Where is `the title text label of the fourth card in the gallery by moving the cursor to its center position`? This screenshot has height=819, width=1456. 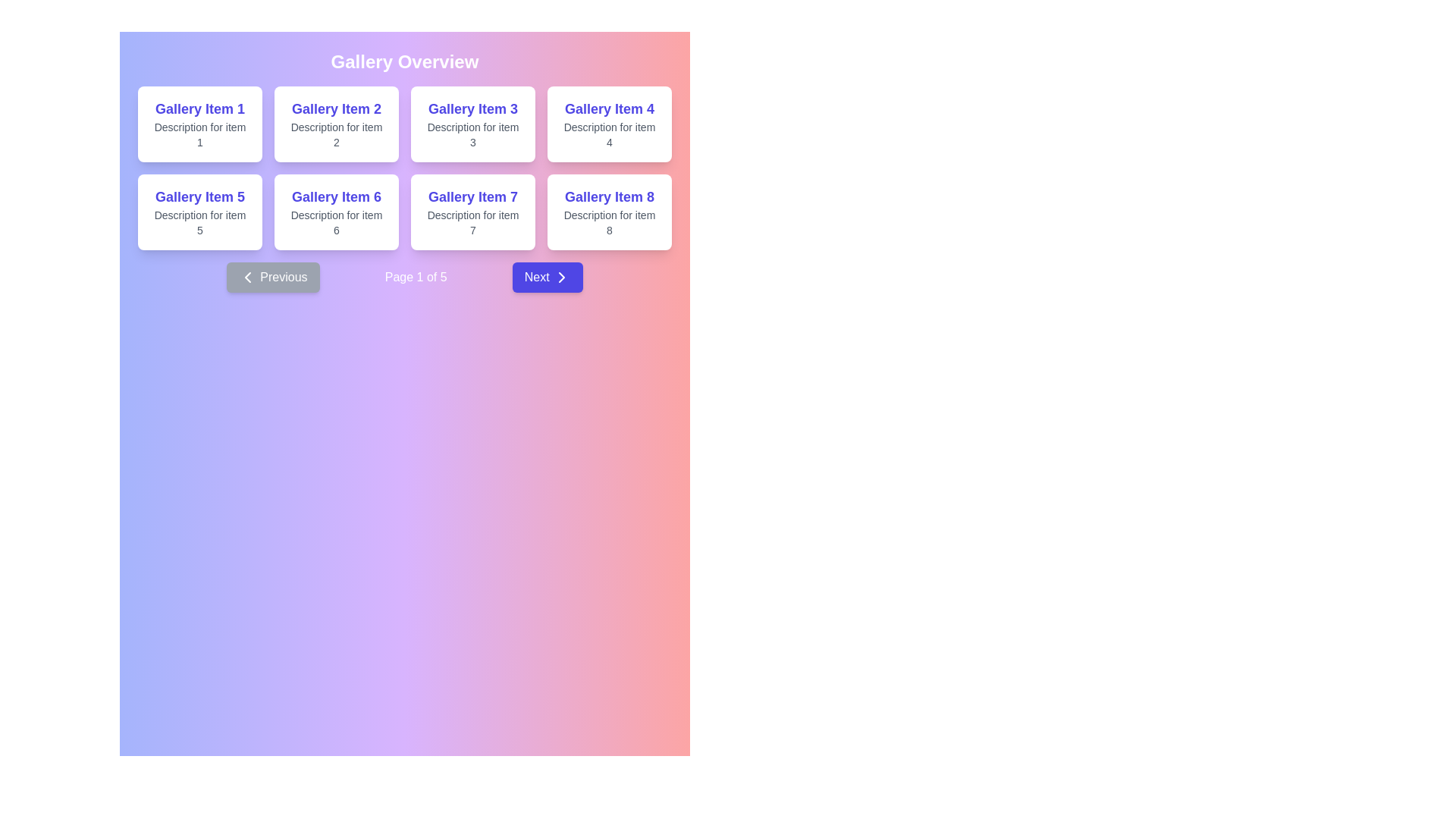 the title text label of the fourth card in the gallery by moving the cursor to its center position is located at coordinates (610, 108).